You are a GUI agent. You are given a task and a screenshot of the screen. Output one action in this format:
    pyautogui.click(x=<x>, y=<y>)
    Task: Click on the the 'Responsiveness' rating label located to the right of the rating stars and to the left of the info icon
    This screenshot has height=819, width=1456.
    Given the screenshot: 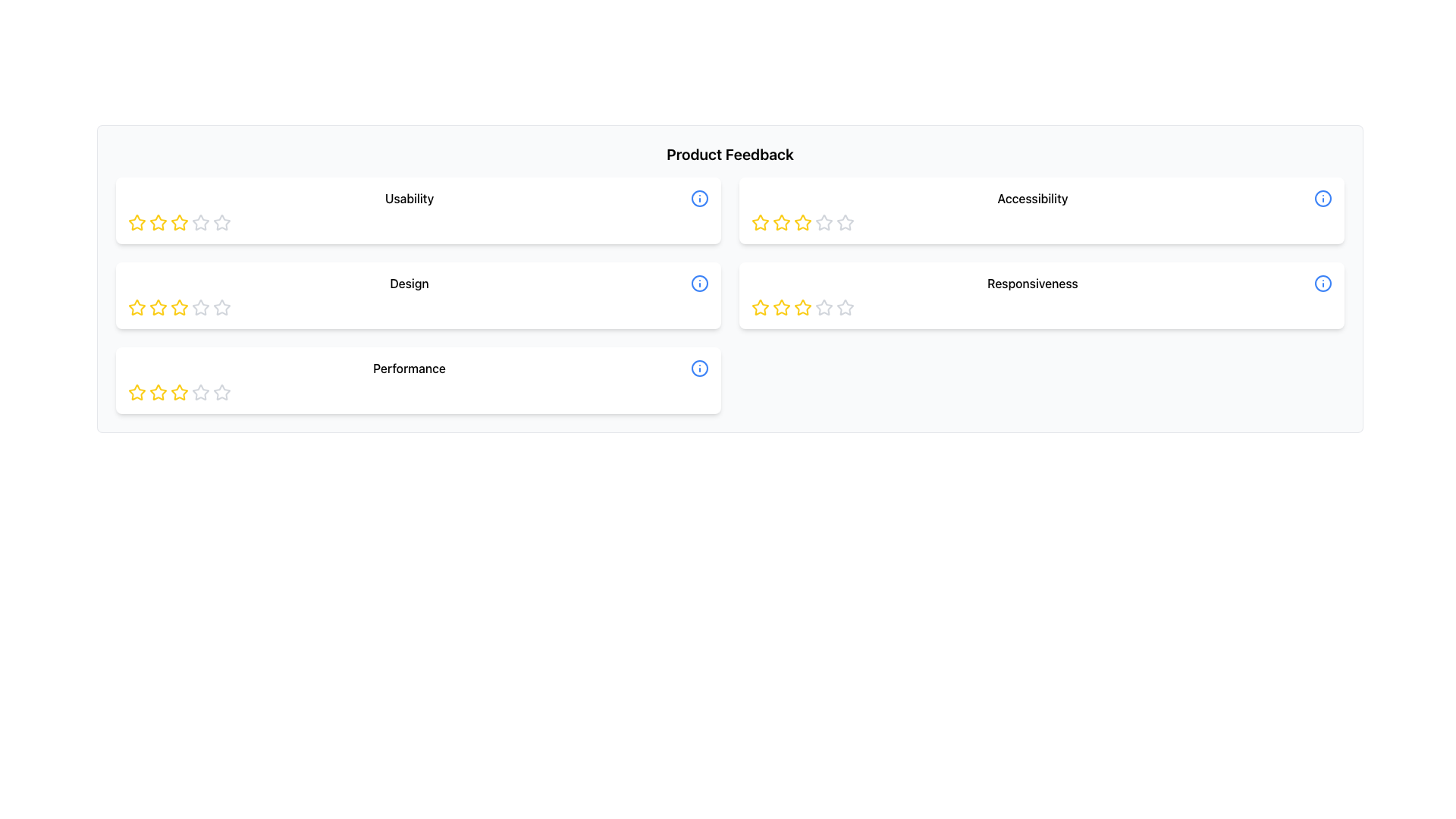 What is the action you would take?
    pyautogui.click(x=1032, y=284)
    